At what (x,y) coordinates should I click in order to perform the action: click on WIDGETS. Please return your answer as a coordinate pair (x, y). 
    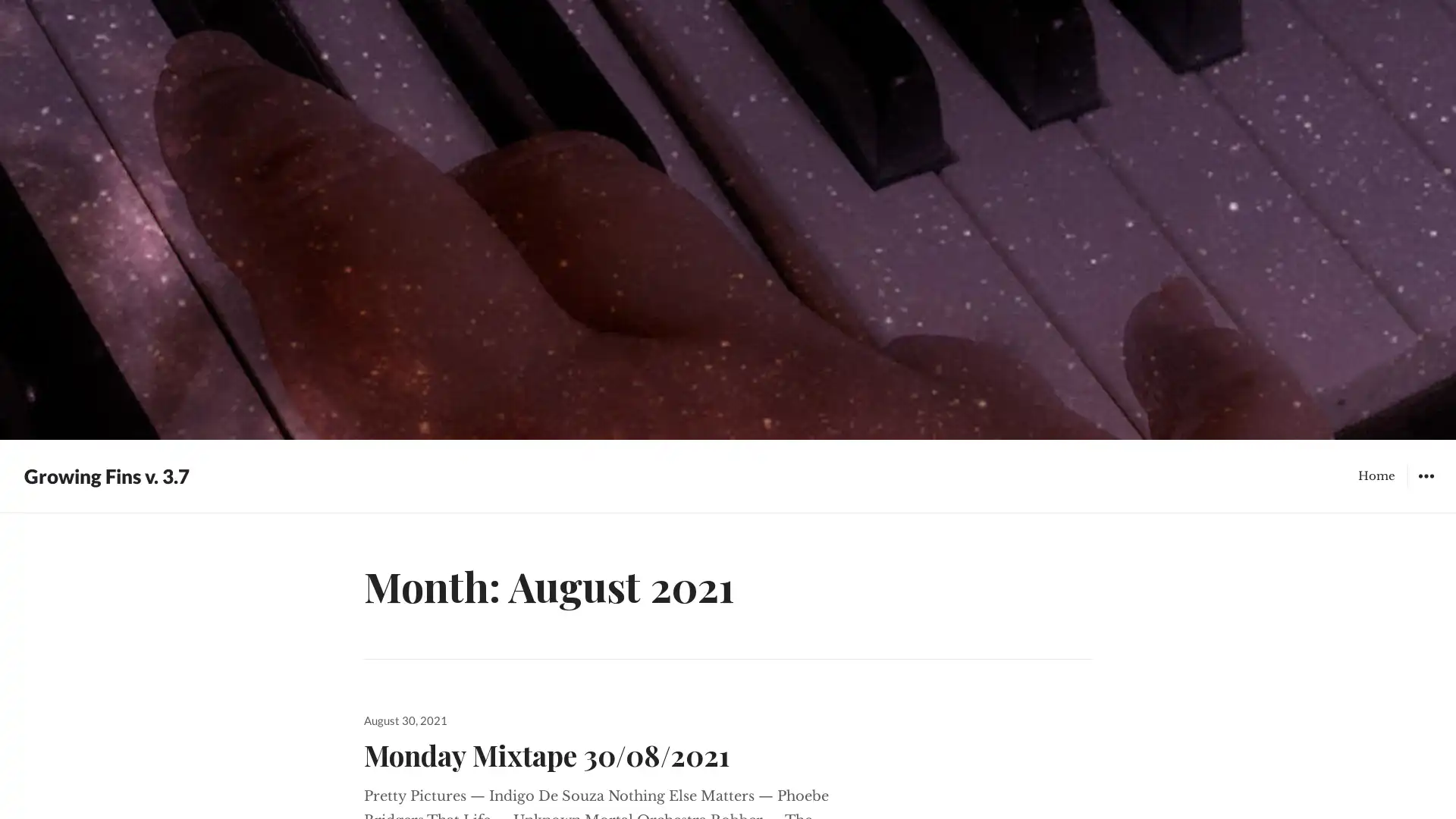
    Looking at the image, I should click on (1425, 475).